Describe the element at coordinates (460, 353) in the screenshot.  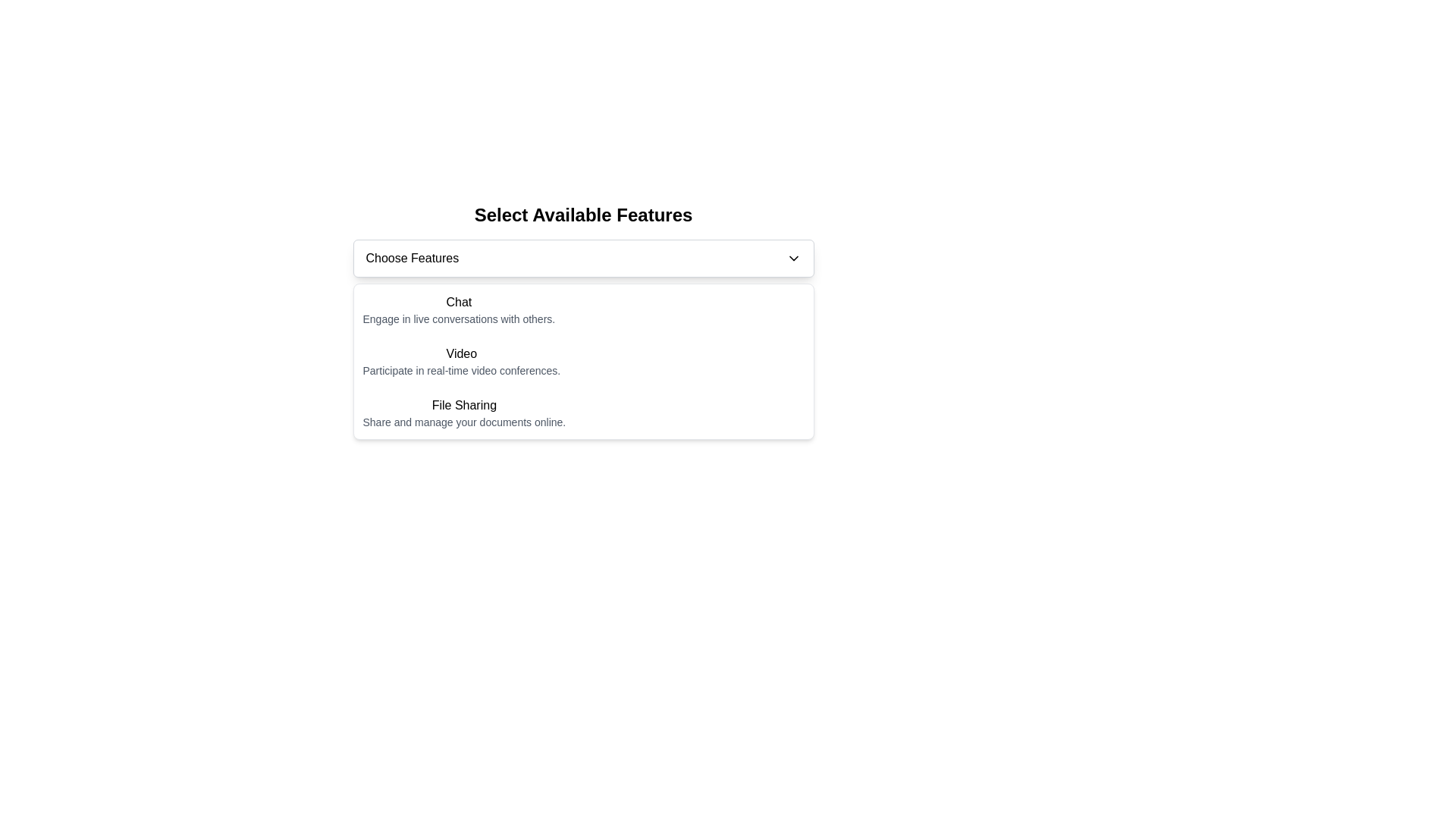
I see `the text label that serves as the title for the video conferencing feature, which is centrally positioned and reads 'Participate in real-time video conferences.'` at that location.